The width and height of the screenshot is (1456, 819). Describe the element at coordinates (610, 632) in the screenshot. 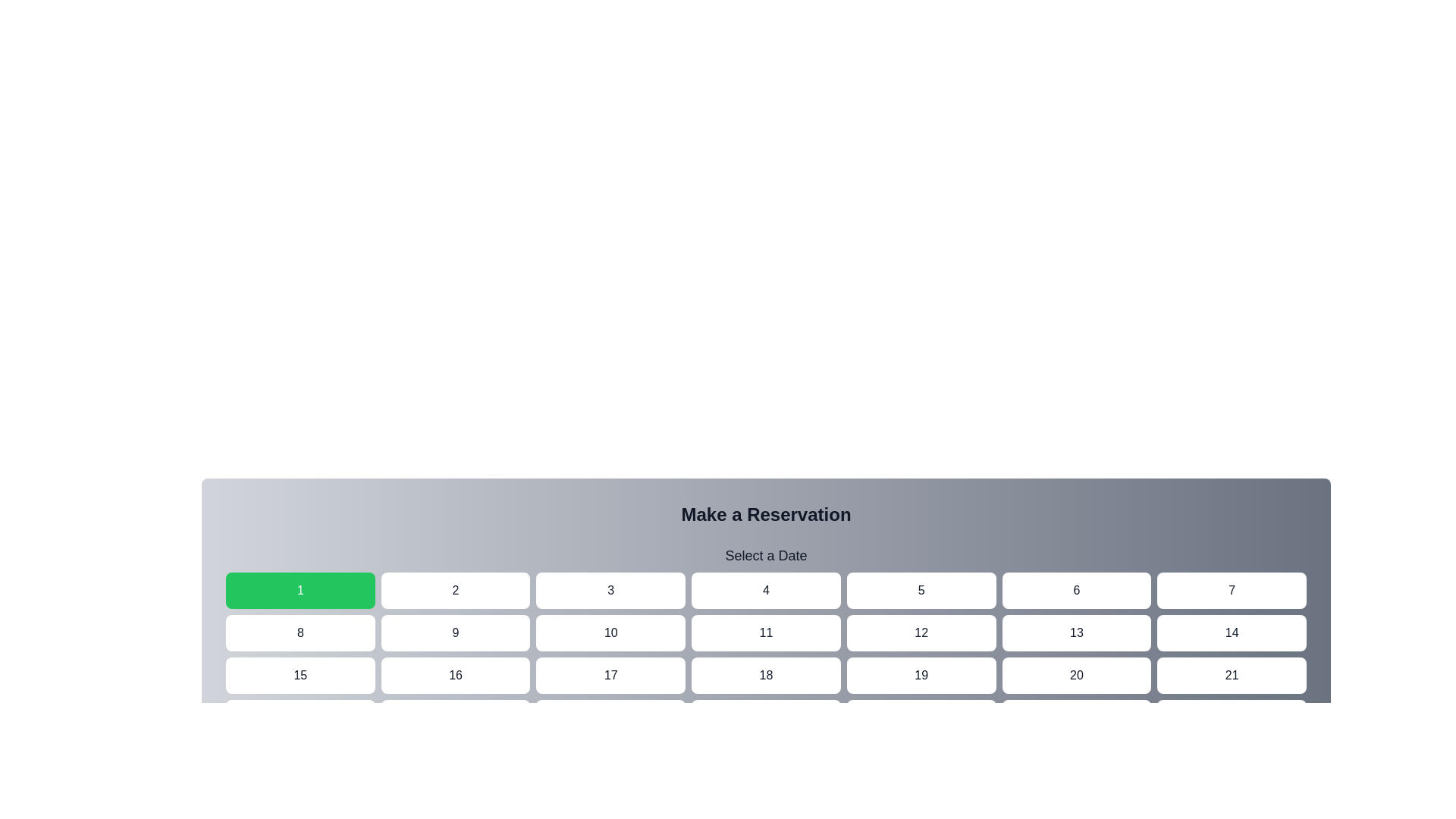

I see `the rectangular button with rounded edges that has the centered black text '10'` at that location.